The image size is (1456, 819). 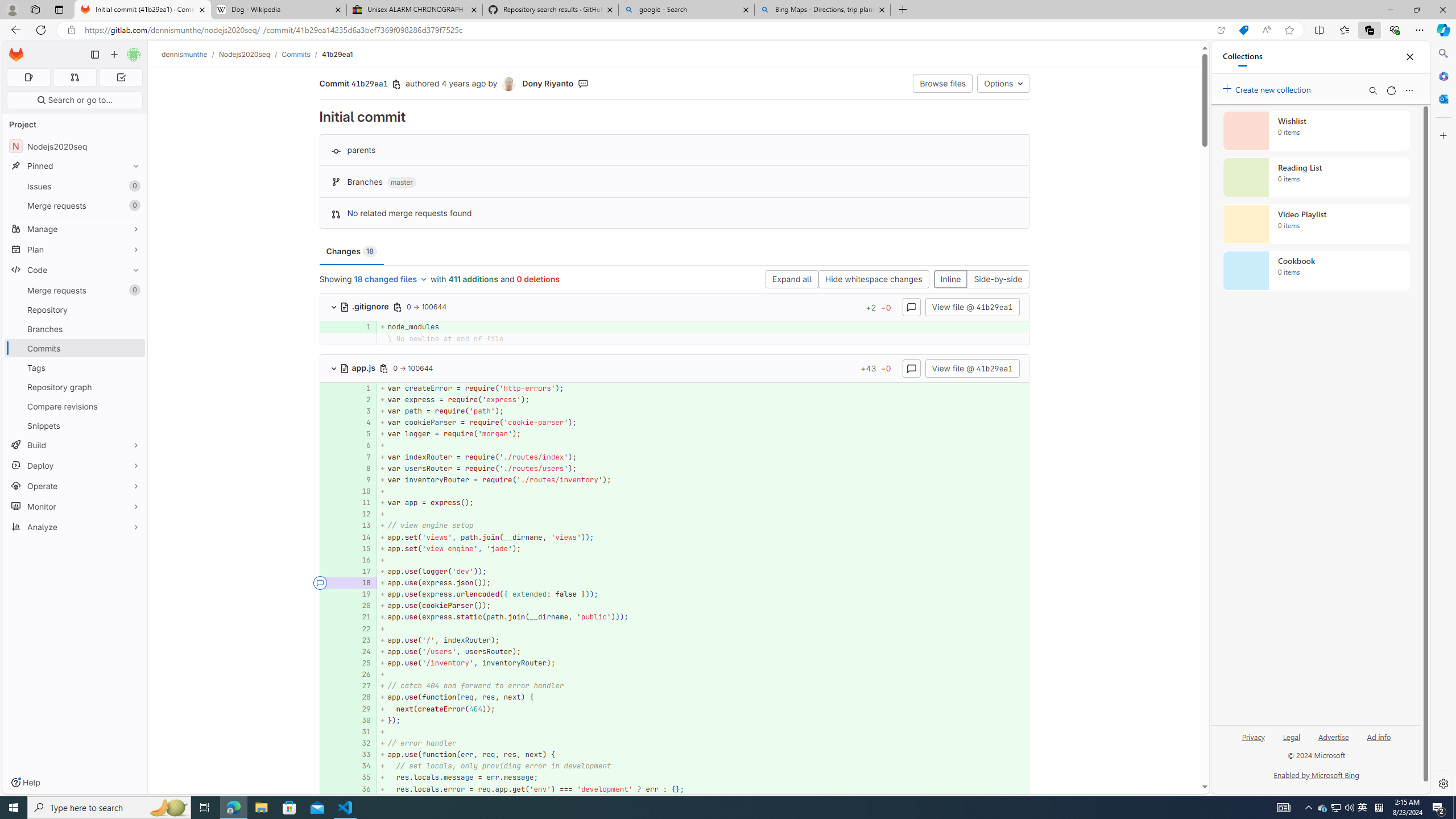 What do you see at coordinates (1254, 736) in the screenshot?
I see `'Privacy'` at bounding box center [1254, 736].